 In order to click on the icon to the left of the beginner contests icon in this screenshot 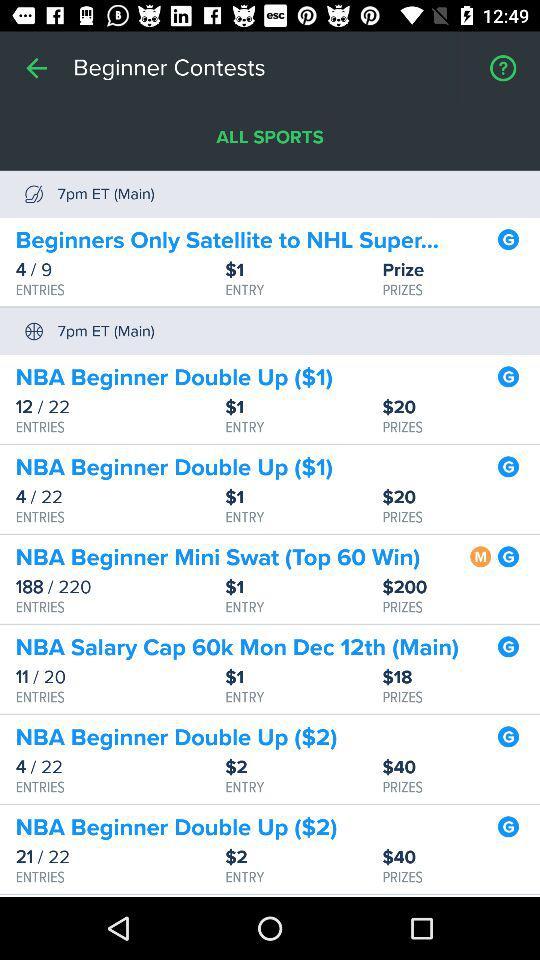, I will do `click(36, 68)`.